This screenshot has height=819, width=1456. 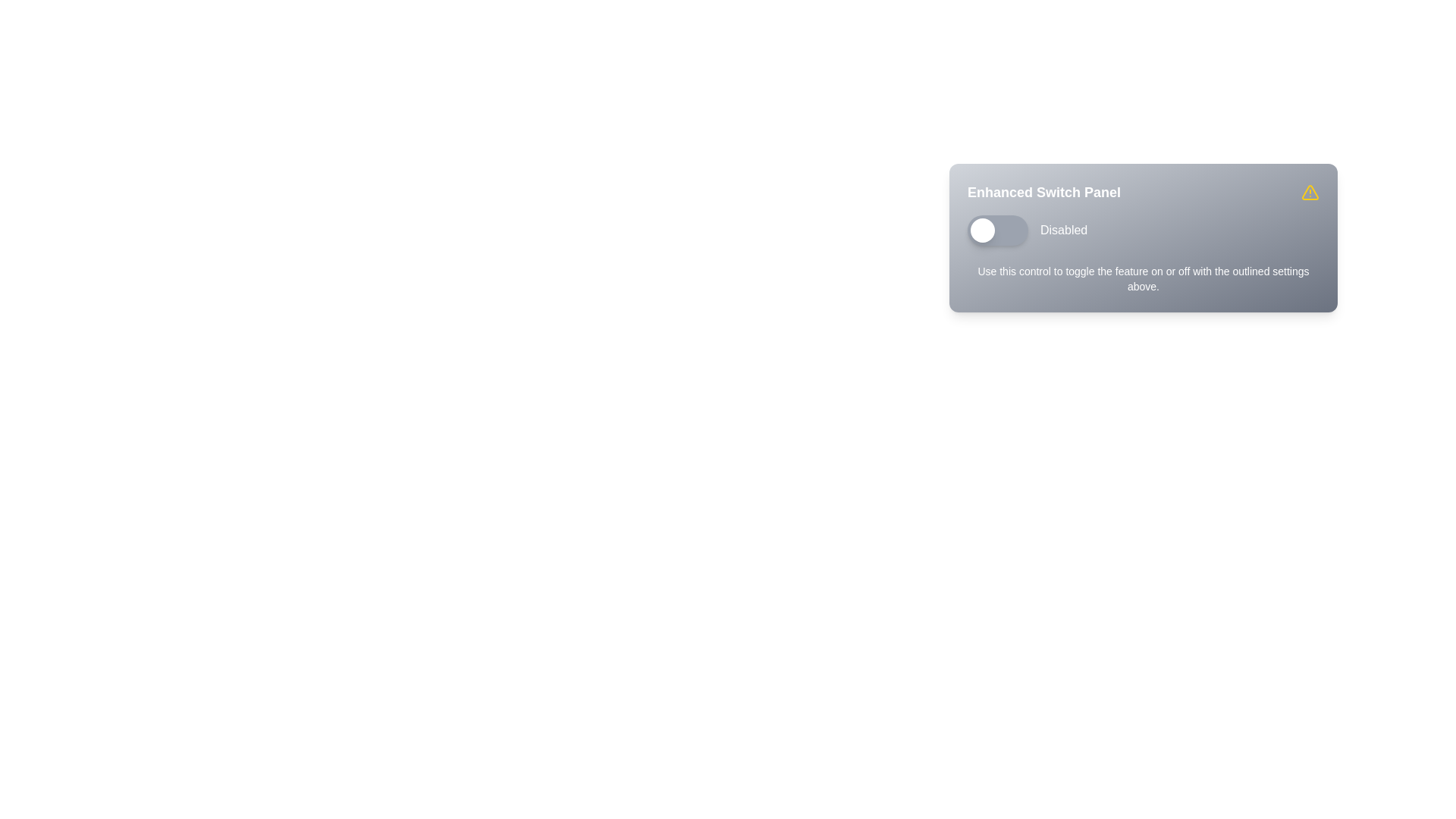 I want to click on the circular knob of the toggle switch, which has a white background and shadowed edge, from its current position on the left, so click(x=983, y=231).